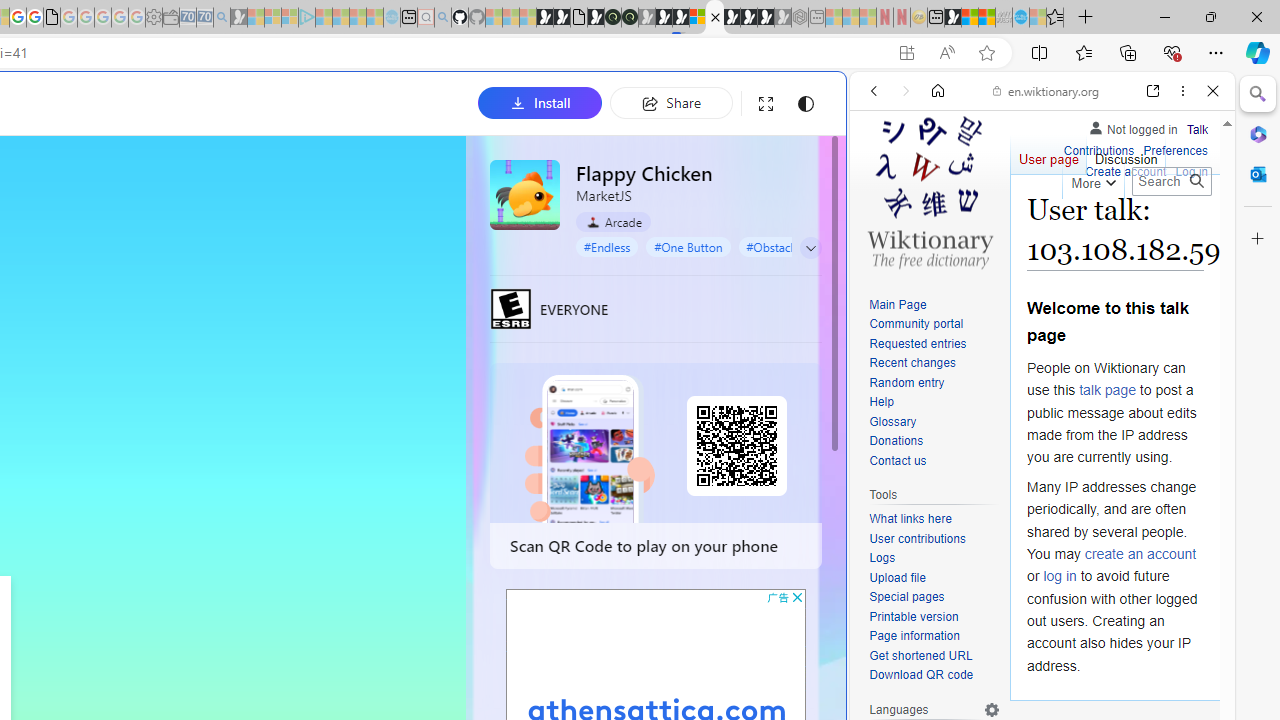 This screenshot has width=1280, height=720. I want to click on 'Get shortened URL', so click(934, 656).